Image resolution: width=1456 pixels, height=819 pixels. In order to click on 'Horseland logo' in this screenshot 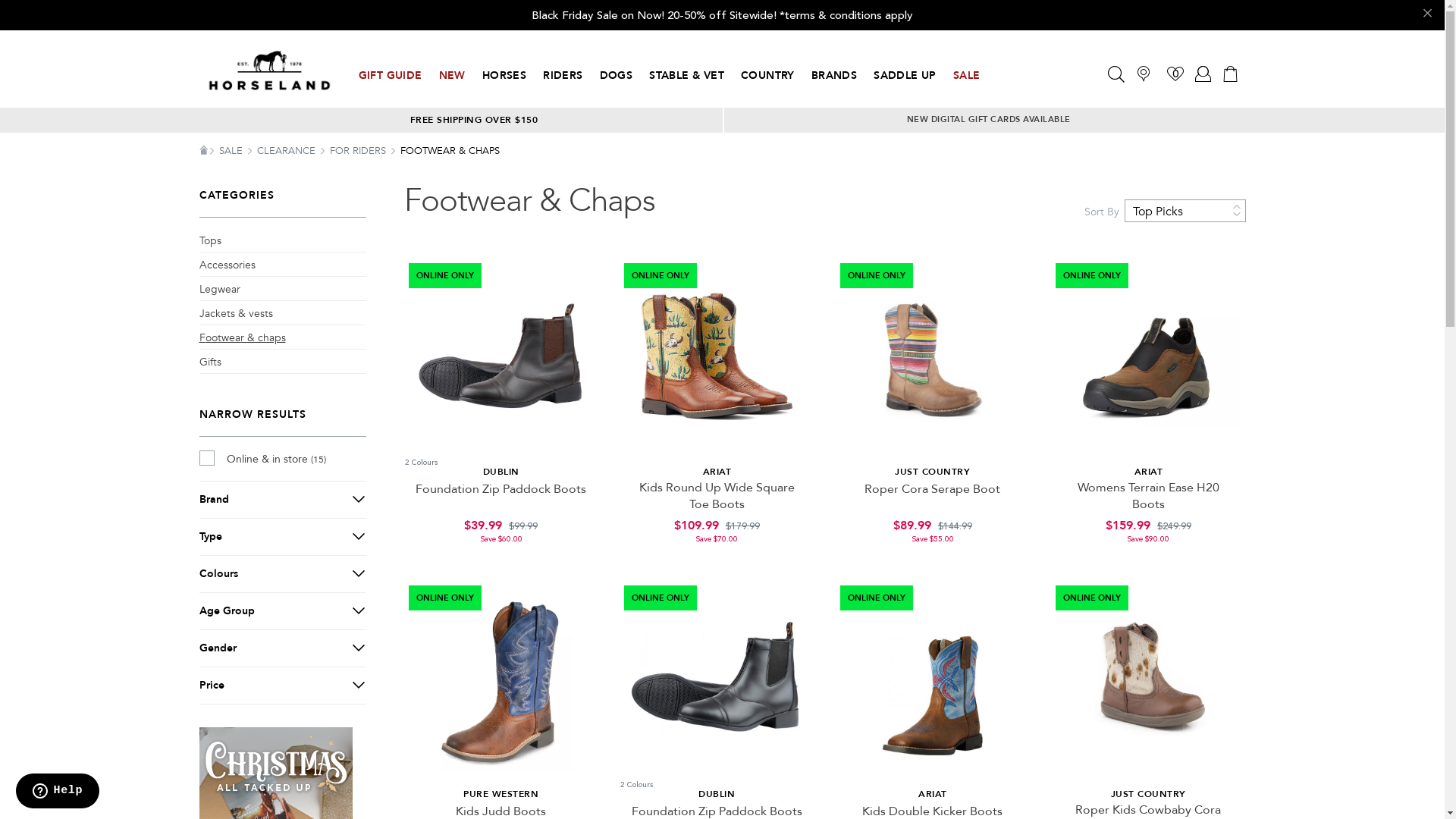, I will do `click(268, 71)`.